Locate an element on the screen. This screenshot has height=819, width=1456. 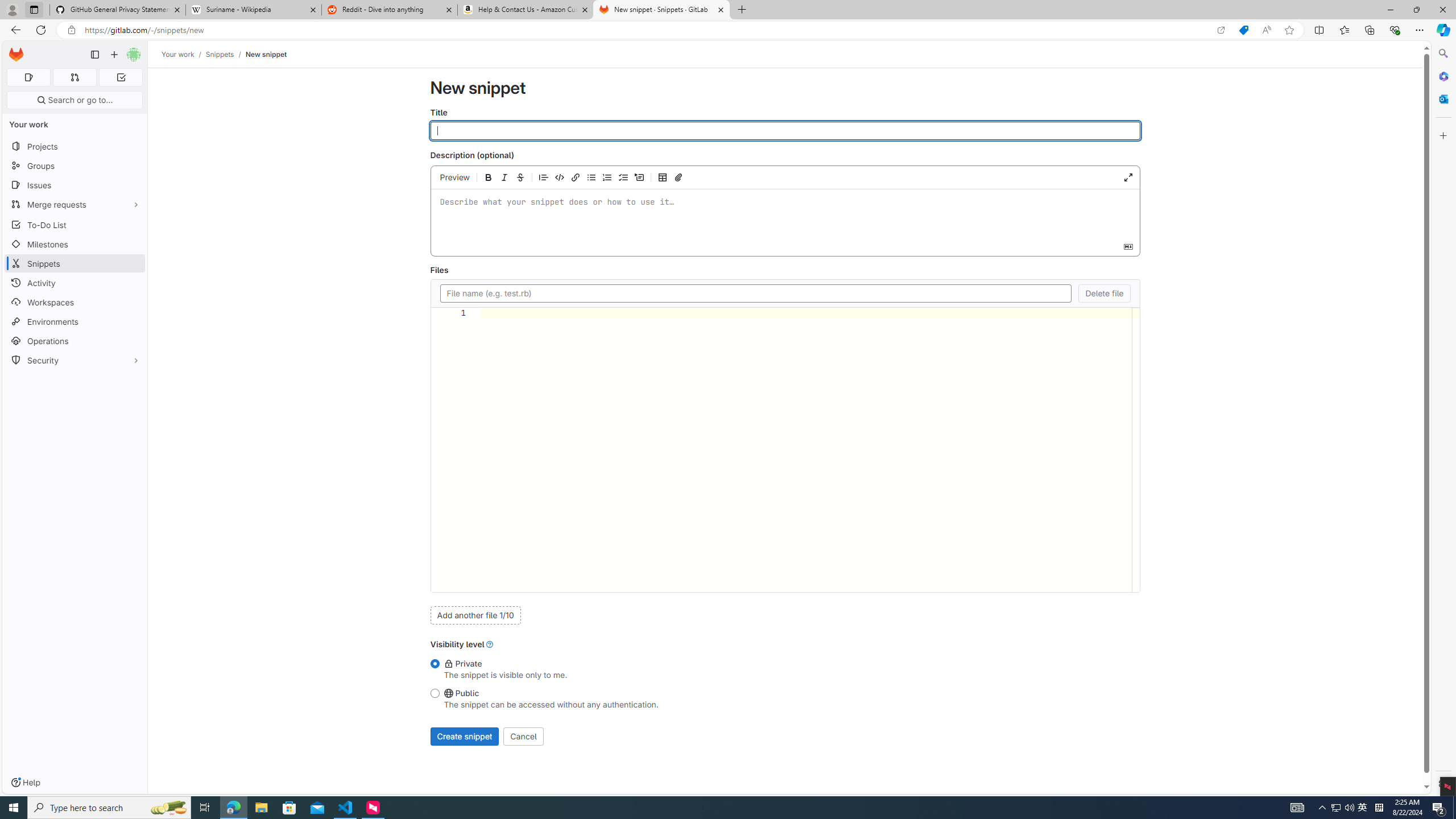
'Add a bullet list' is located at coordinates (591, 176).